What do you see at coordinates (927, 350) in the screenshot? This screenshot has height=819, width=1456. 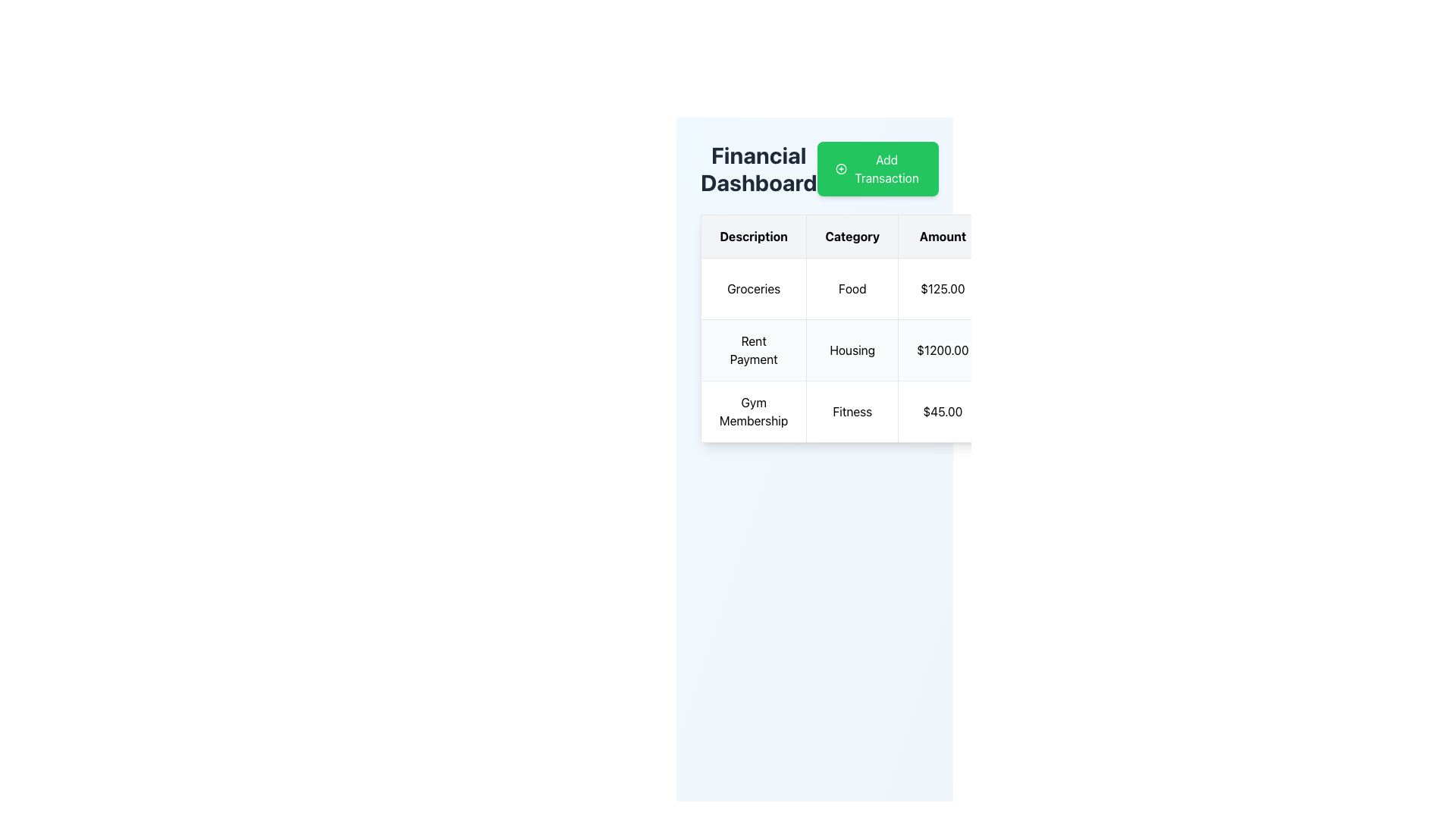 I see `the second row in the transaction table that displays details of a rent payment, including the values 'Rent Payment', 'Housing', '$1200.00', and '2023-10-03'` at bounding box center [927, 350].